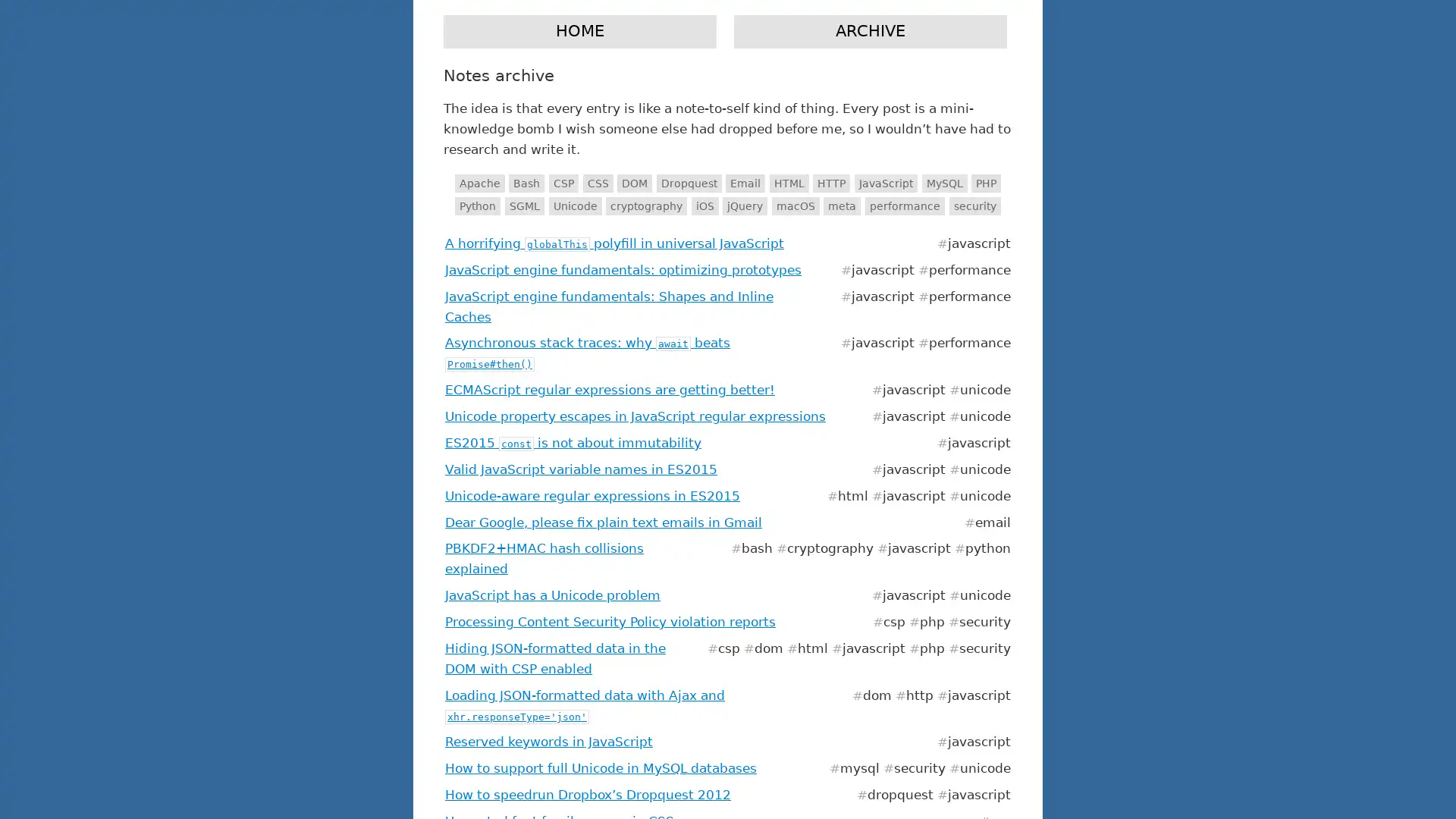 The height and width of the screenshot is (819, 1456). I want to click on Bash, so click(526, 183).